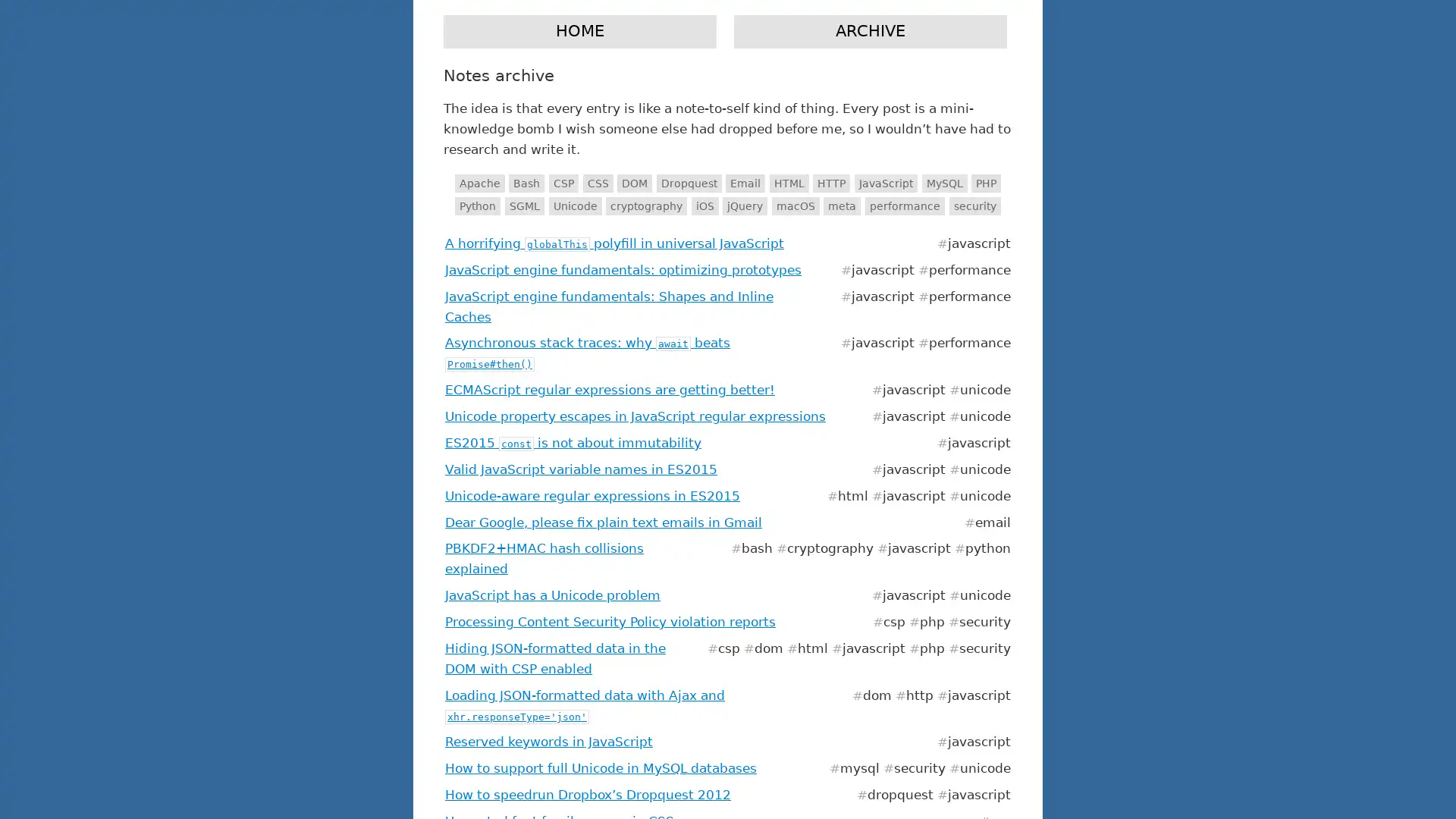 The height and width of the screenshot is (819, 1456). I want to click on Bash, so click(526, 183).